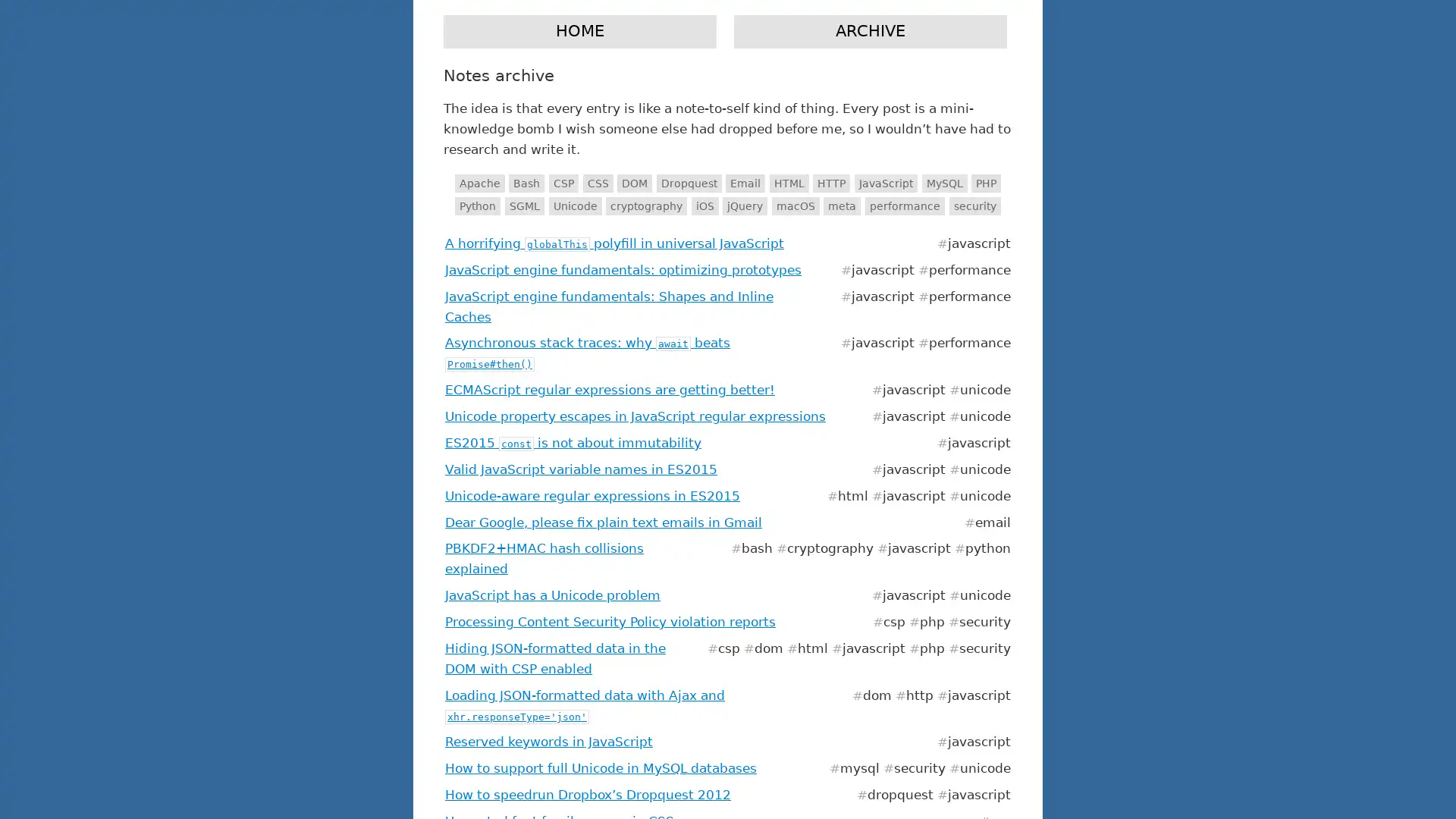 The height and width of the screenshot is (819, 1456). I want to click on Bash, so click(526, 183).